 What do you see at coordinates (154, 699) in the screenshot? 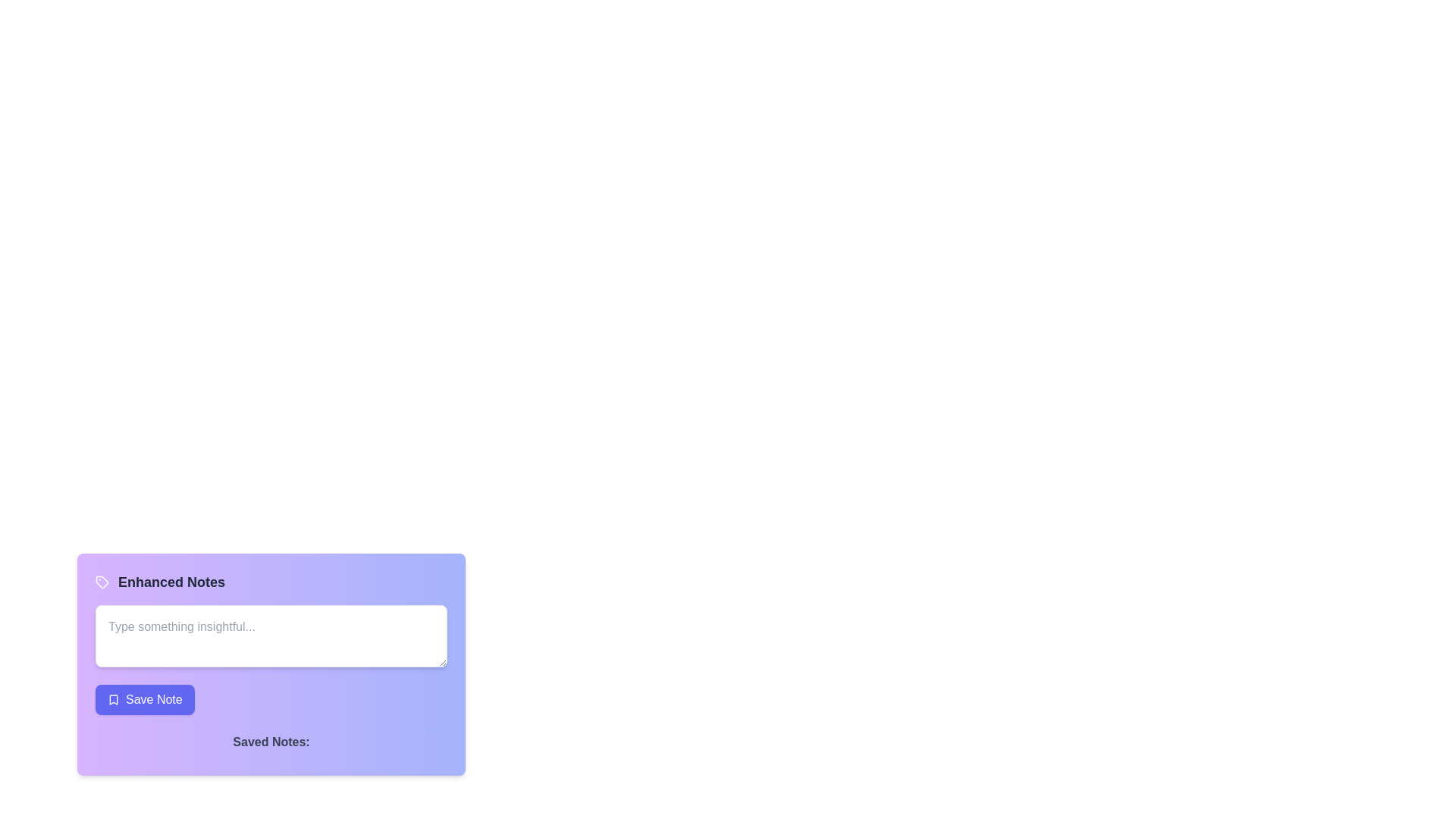
I see `the 'Save' button label located at the bottom-left part of the card interface` at bounding box center [154, 699].